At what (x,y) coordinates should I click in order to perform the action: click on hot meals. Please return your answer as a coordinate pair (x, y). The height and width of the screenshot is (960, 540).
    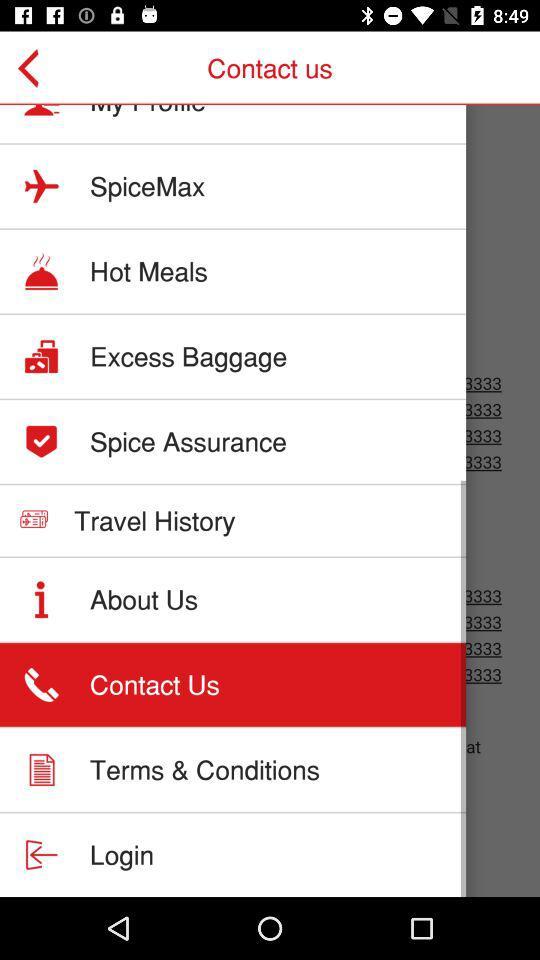
    Looking at the image, I should click on (147, 270).